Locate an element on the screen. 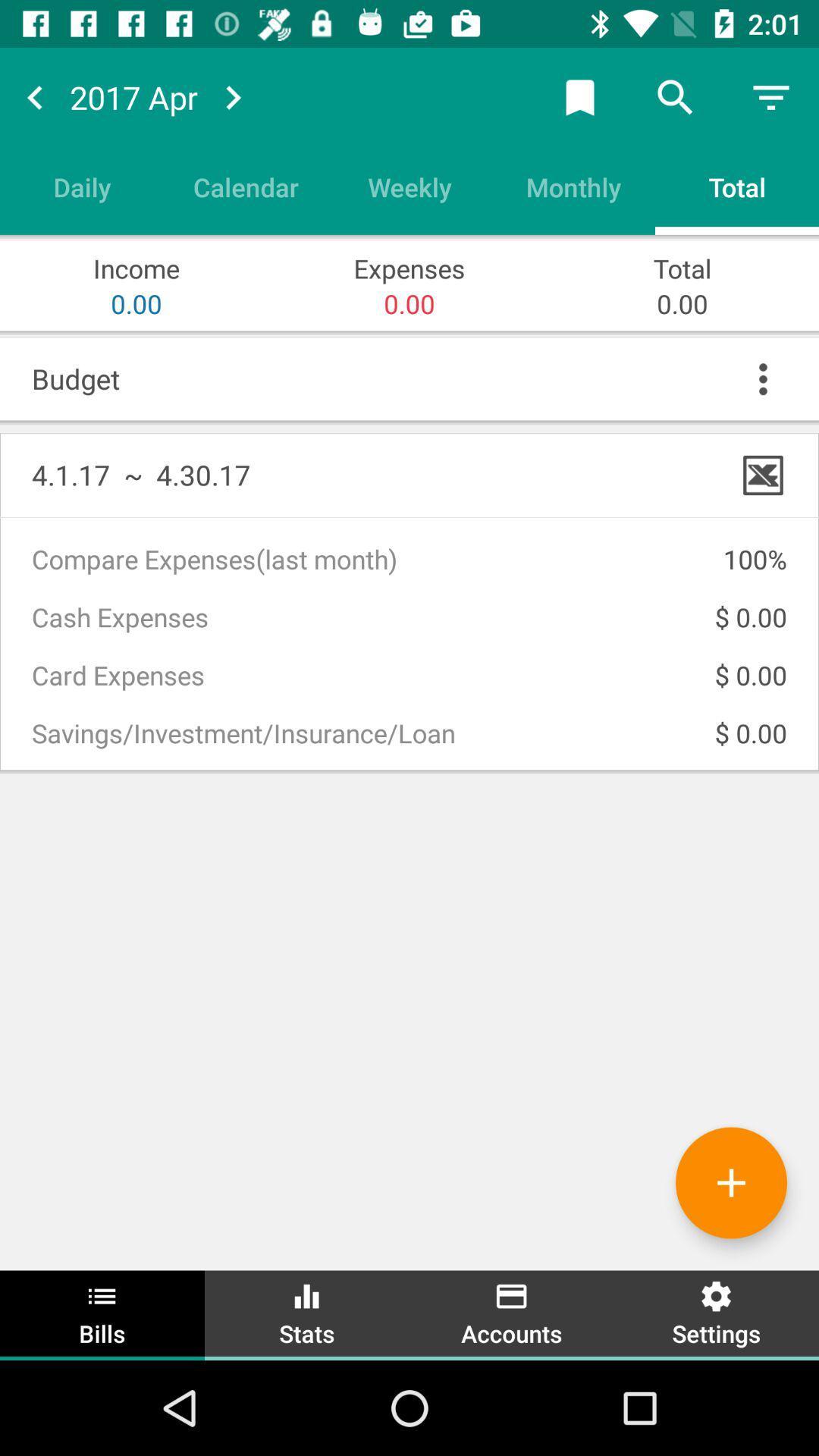 The image size is (819, 1456). more button is located at coordinates (763, 378).